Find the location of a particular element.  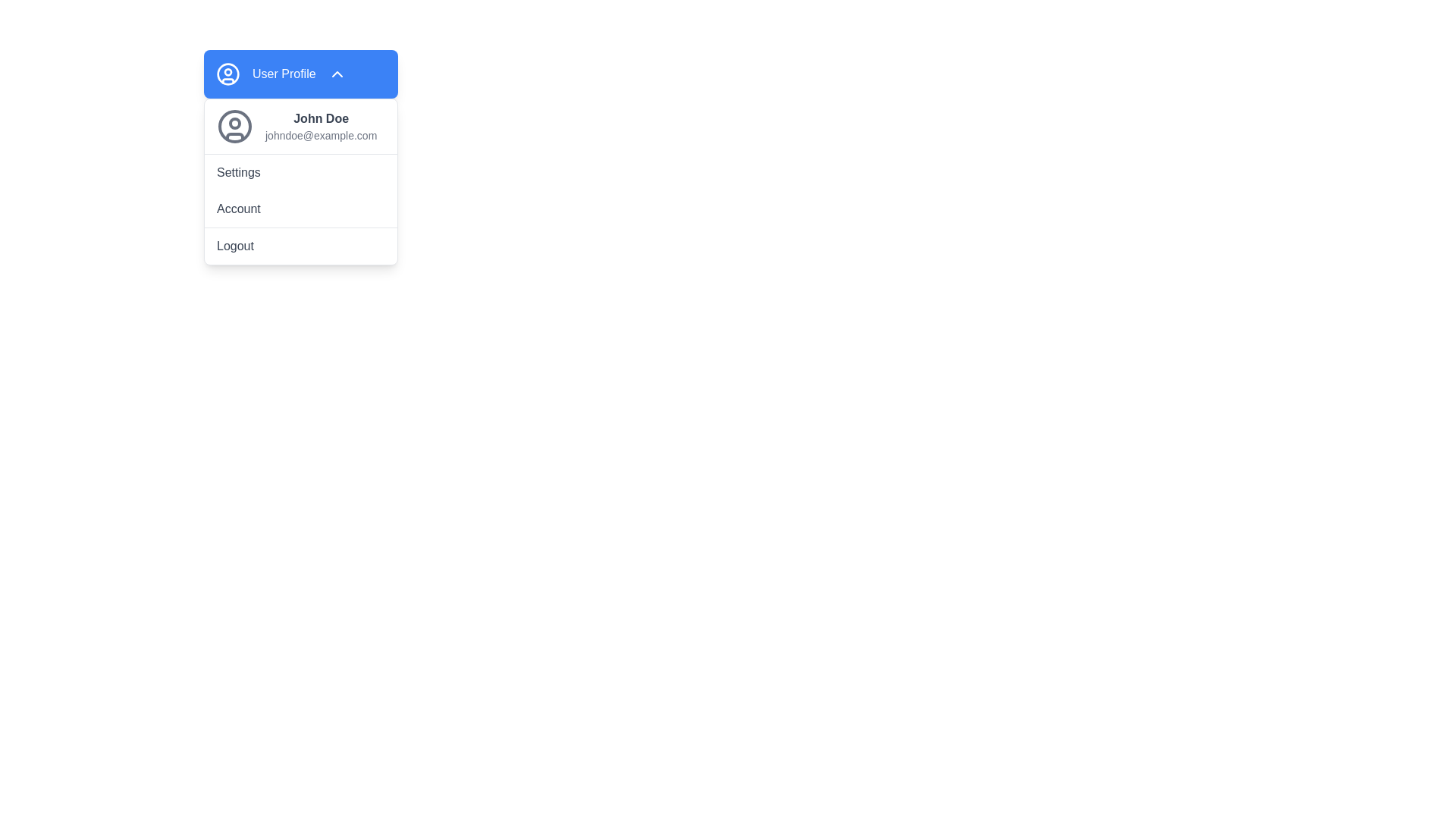

the expandable/collapsible icon next to the 'User Profile' section is located at coordinates (336, 74).